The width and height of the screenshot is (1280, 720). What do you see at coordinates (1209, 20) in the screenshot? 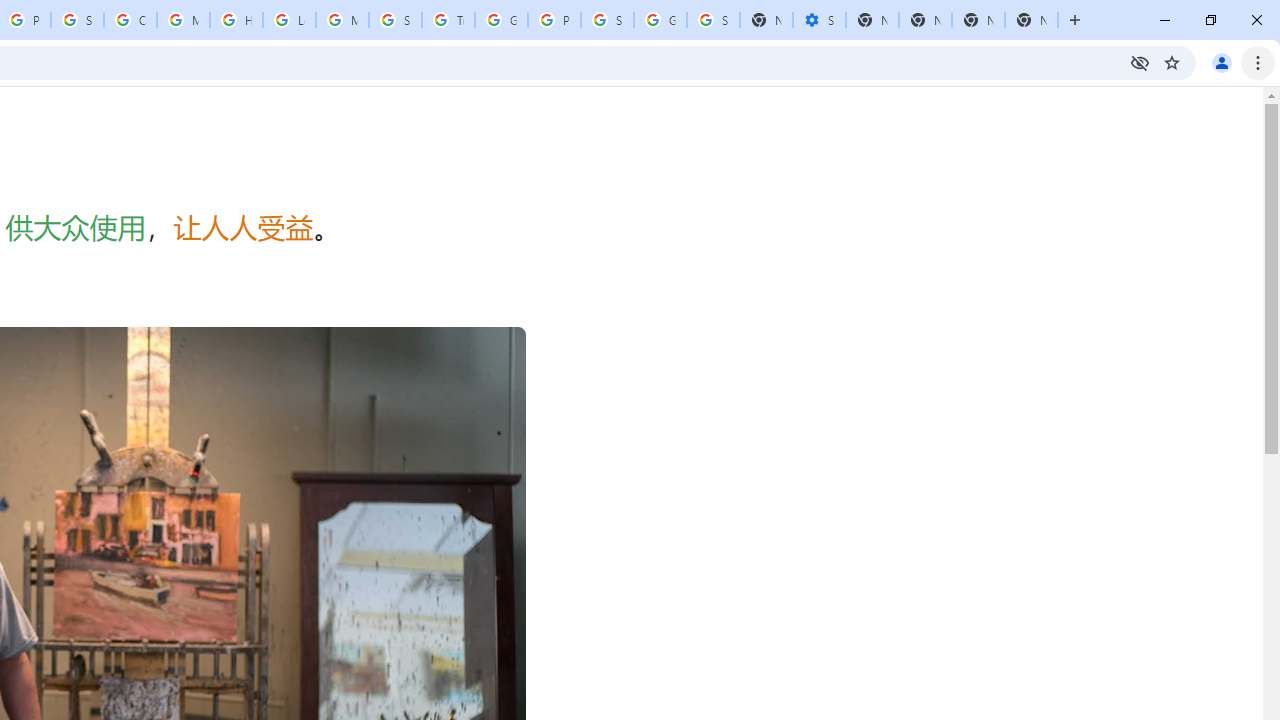
I see `'Restore'` at bounding box center [1209, 20].